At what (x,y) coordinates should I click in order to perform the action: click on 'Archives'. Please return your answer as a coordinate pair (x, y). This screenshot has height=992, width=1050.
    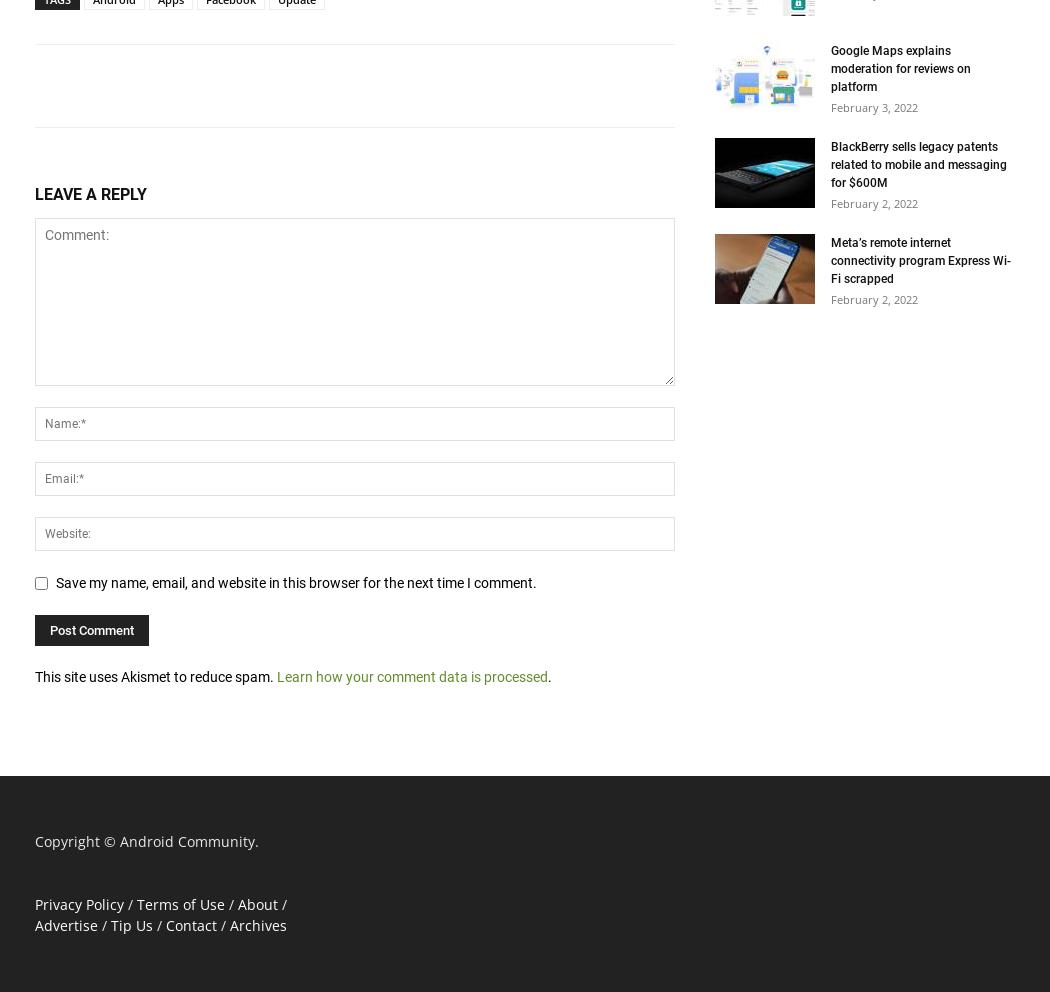
    Looking at the image, I should click on (258, 923).